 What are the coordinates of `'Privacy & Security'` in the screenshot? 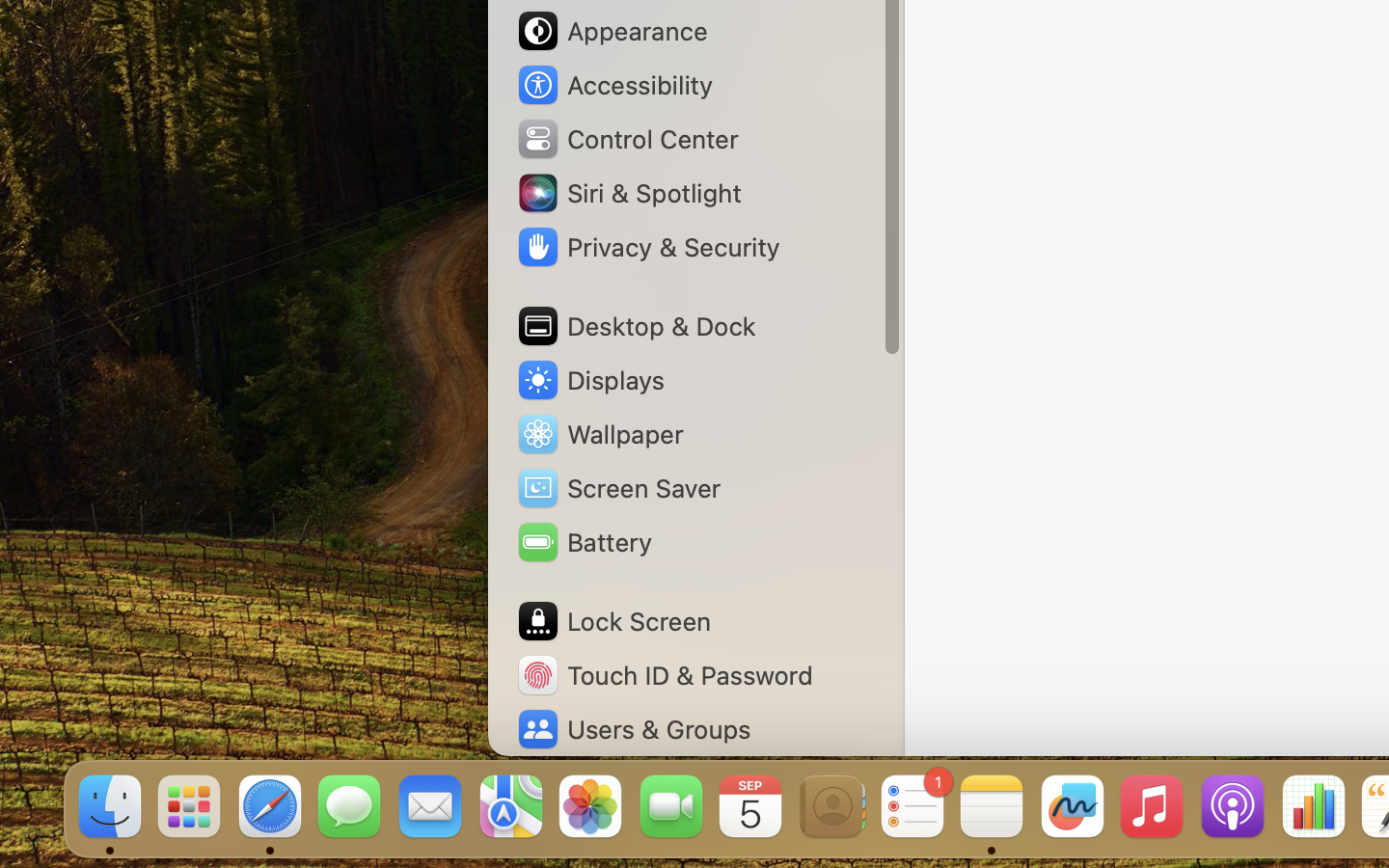 It's located at (647, 245).